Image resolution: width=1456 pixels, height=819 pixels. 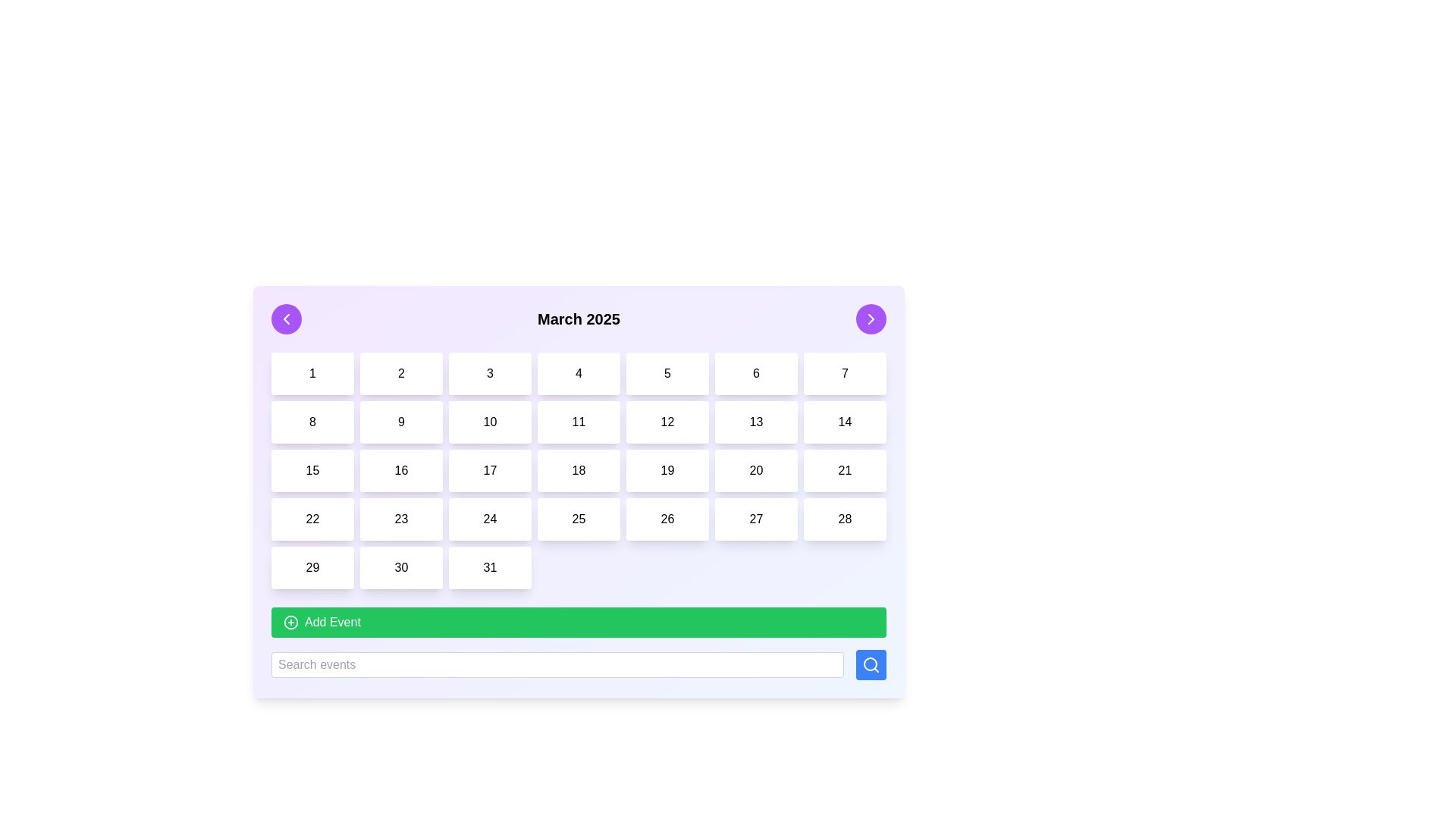 I want to click on the static informational text element displaying the number '26' in the calendar grid layout, which is positioned on the fourth row and fifth column, corresponding to March 26, 2025, so click(x=667, y=519).